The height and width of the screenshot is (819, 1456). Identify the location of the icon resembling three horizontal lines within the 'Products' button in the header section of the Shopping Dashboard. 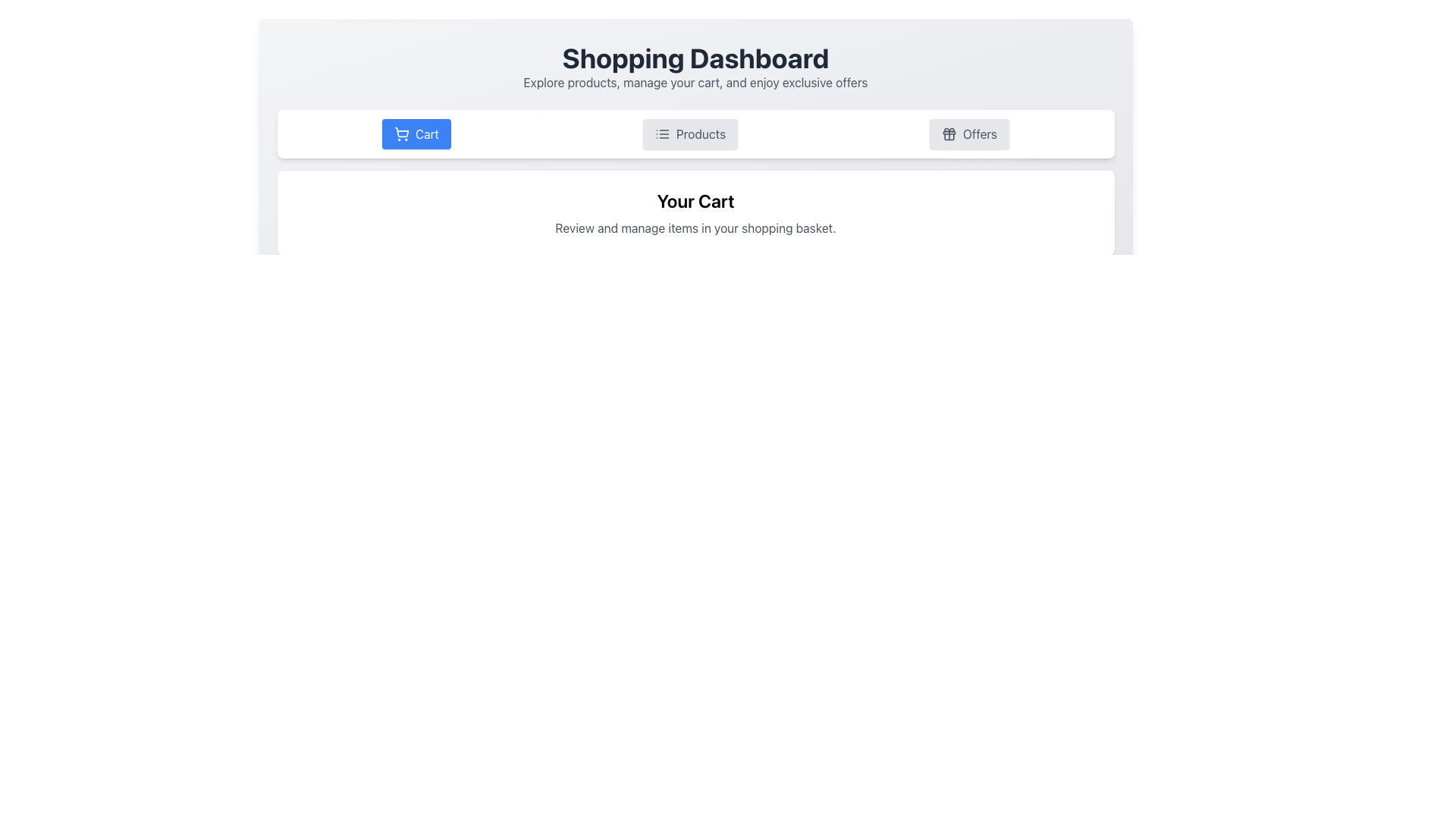
(662, 133).